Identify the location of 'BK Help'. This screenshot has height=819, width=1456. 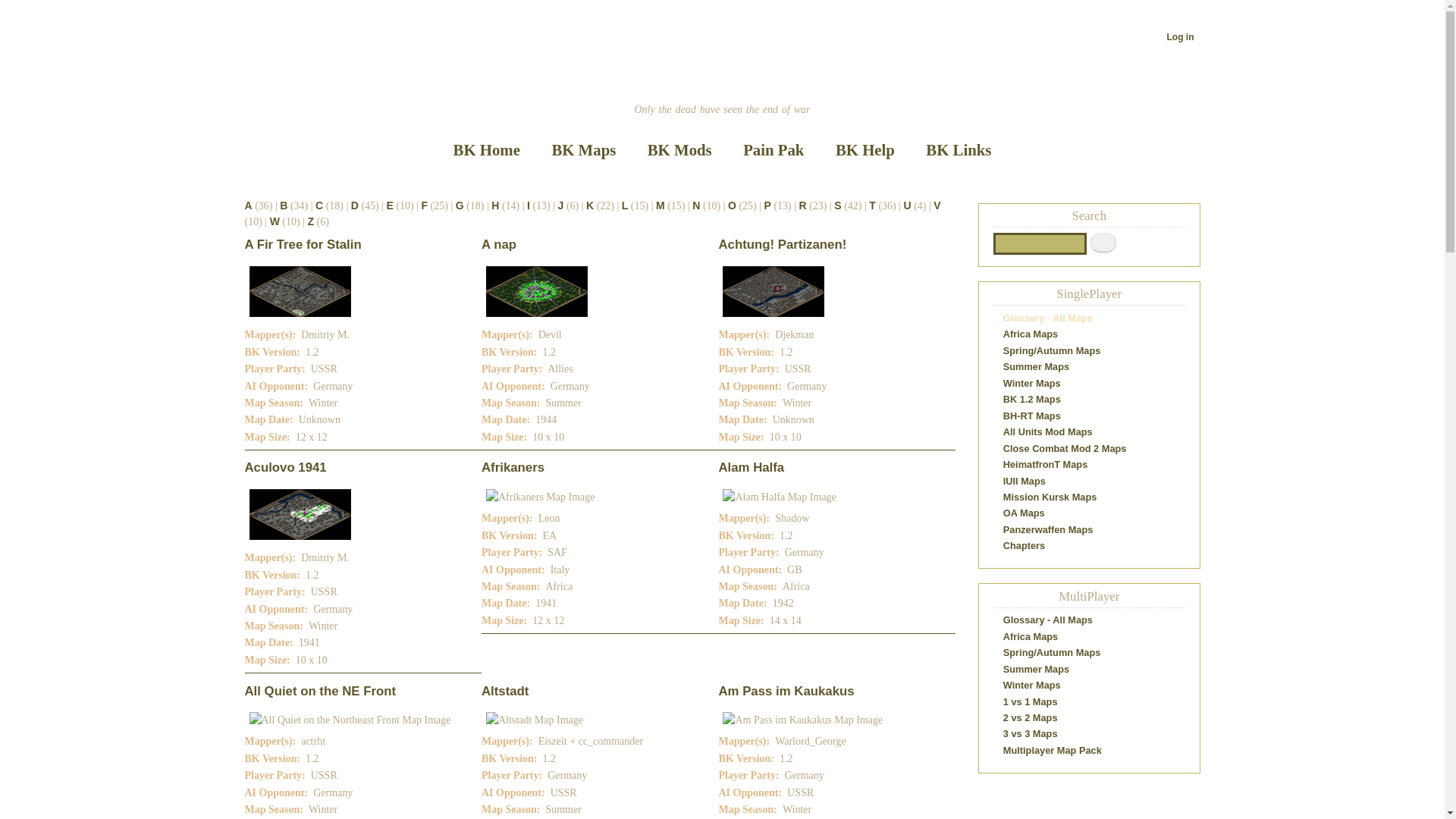
(864, 149).